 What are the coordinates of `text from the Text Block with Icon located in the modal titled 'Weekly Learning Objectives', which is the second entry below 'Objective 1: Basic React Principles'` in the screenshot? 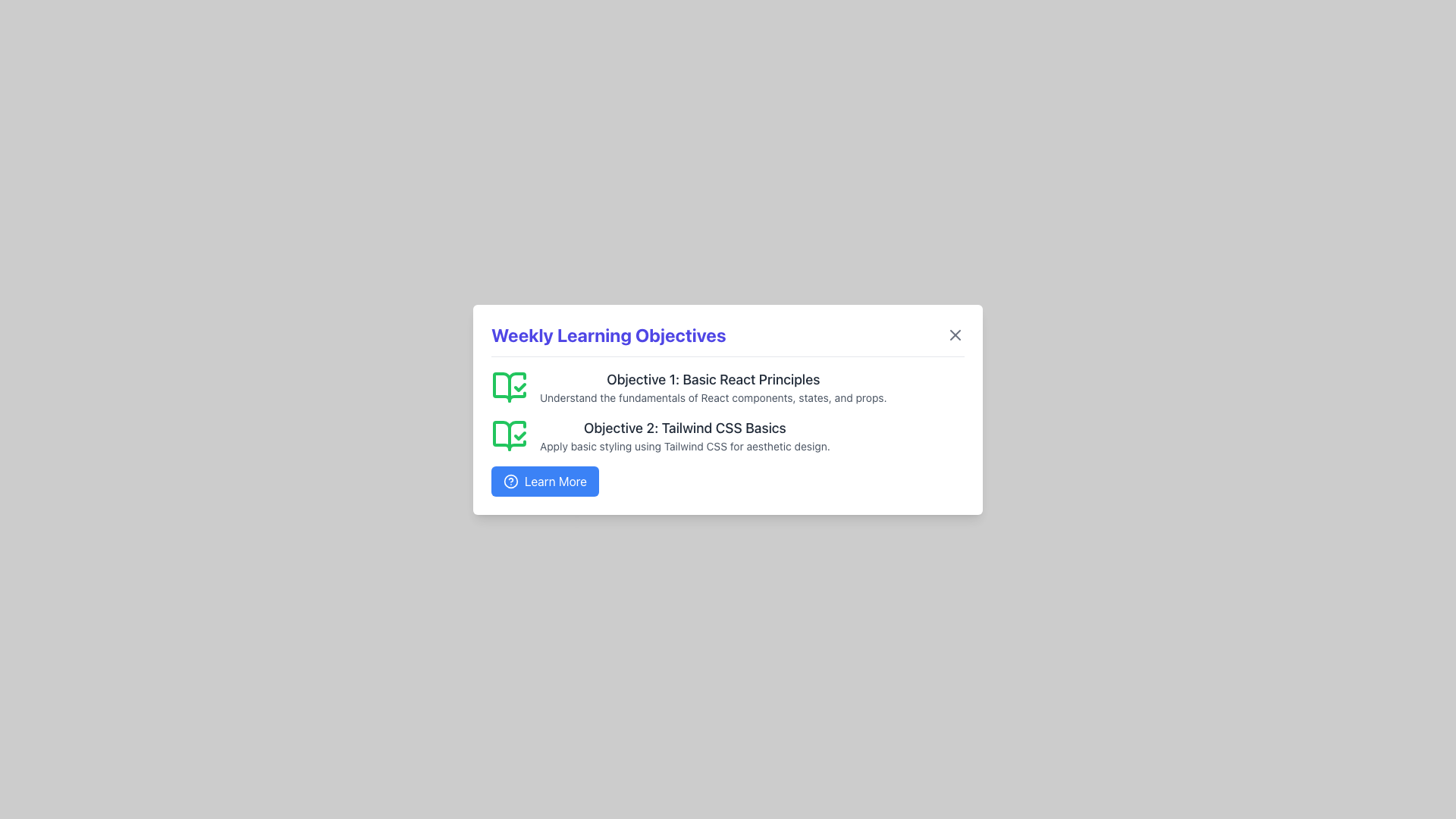 It's located at (728, 435).